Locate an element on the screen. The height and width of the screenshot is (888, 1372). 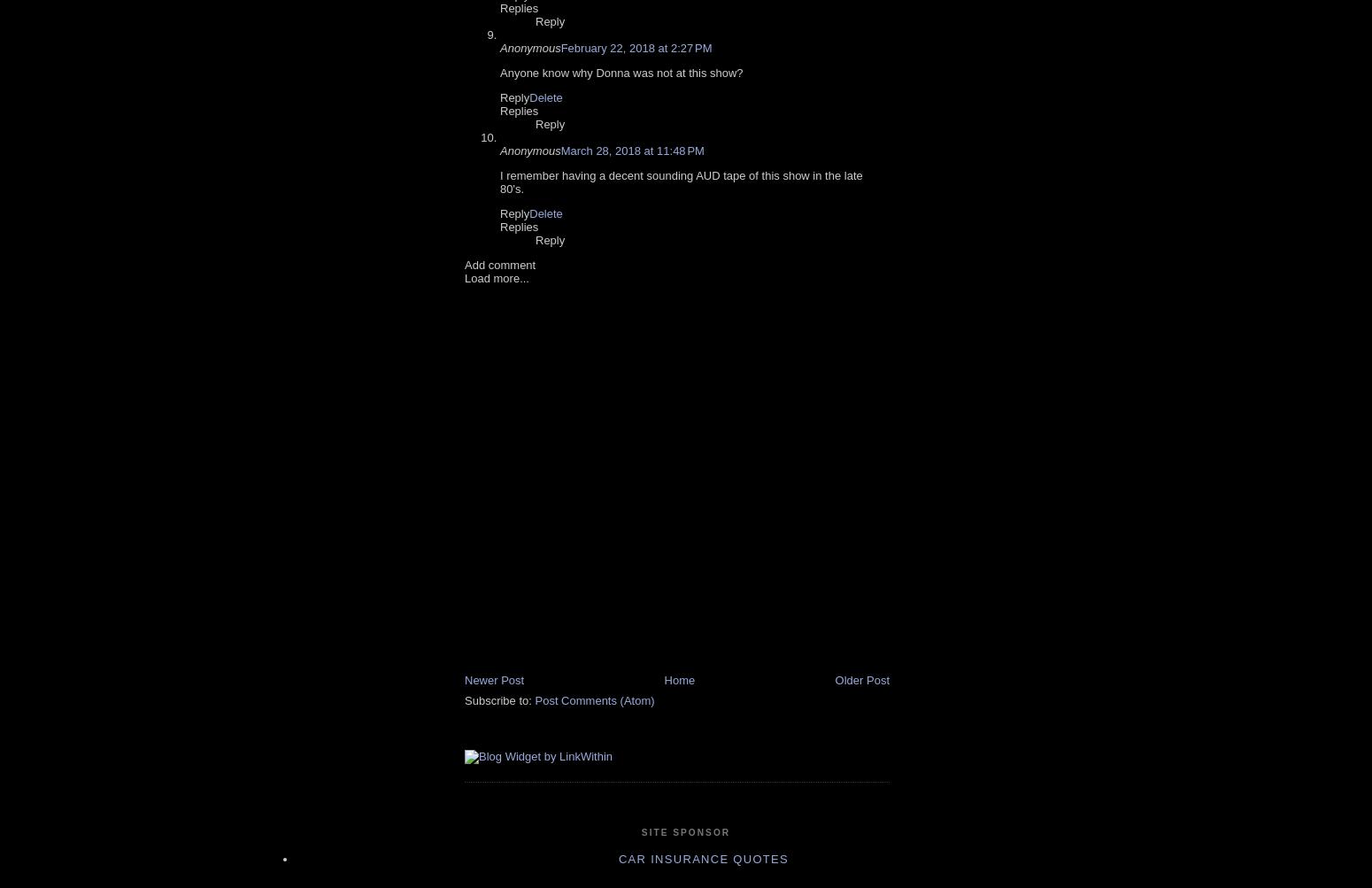
'Newer Post' is located at coordinates (494, 678).